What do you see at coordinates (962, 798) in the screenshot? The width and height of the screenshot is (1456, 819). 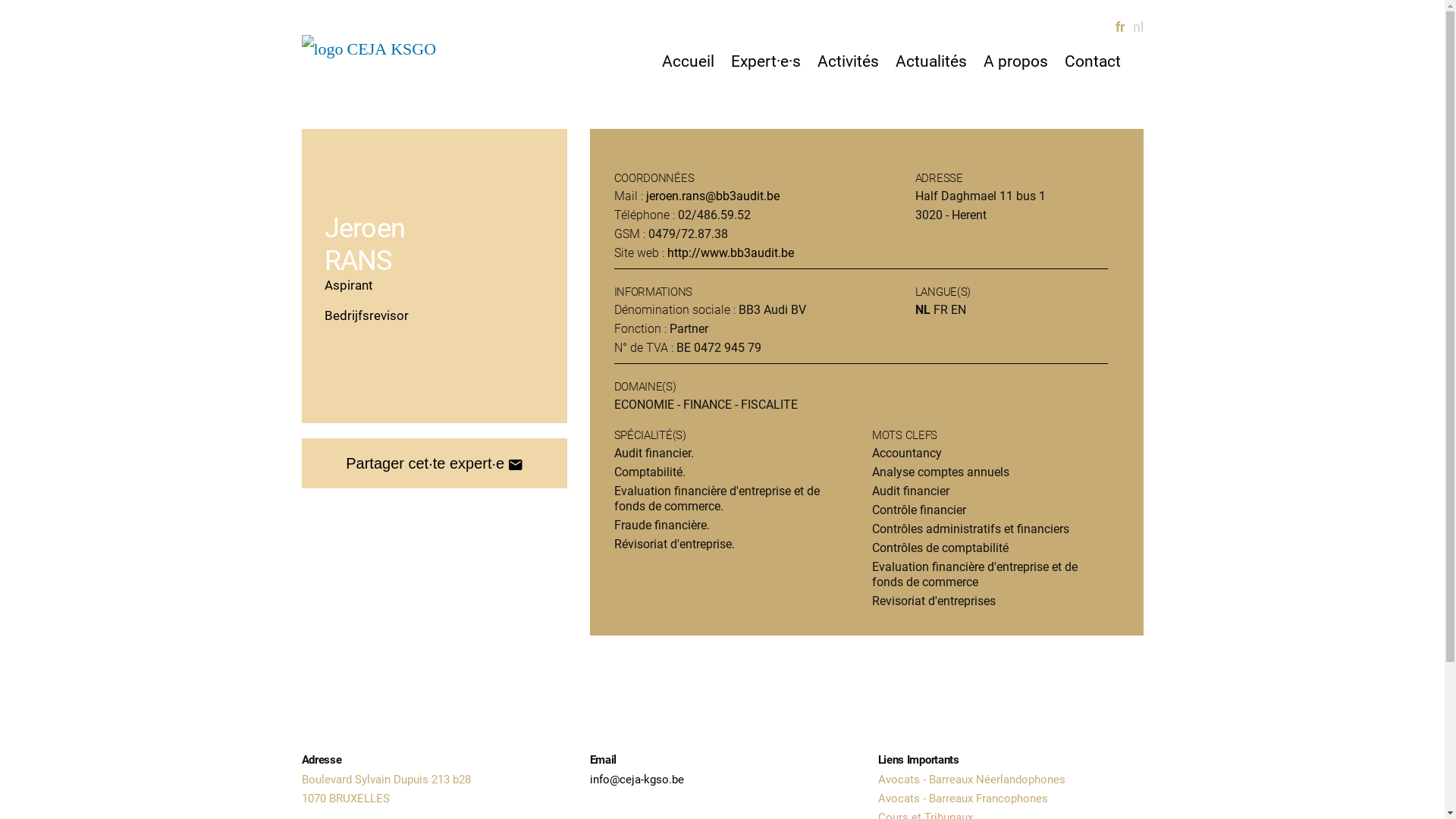 I see `'Avocats - Barreaux Francophones'` at bounding box center [962, 798].